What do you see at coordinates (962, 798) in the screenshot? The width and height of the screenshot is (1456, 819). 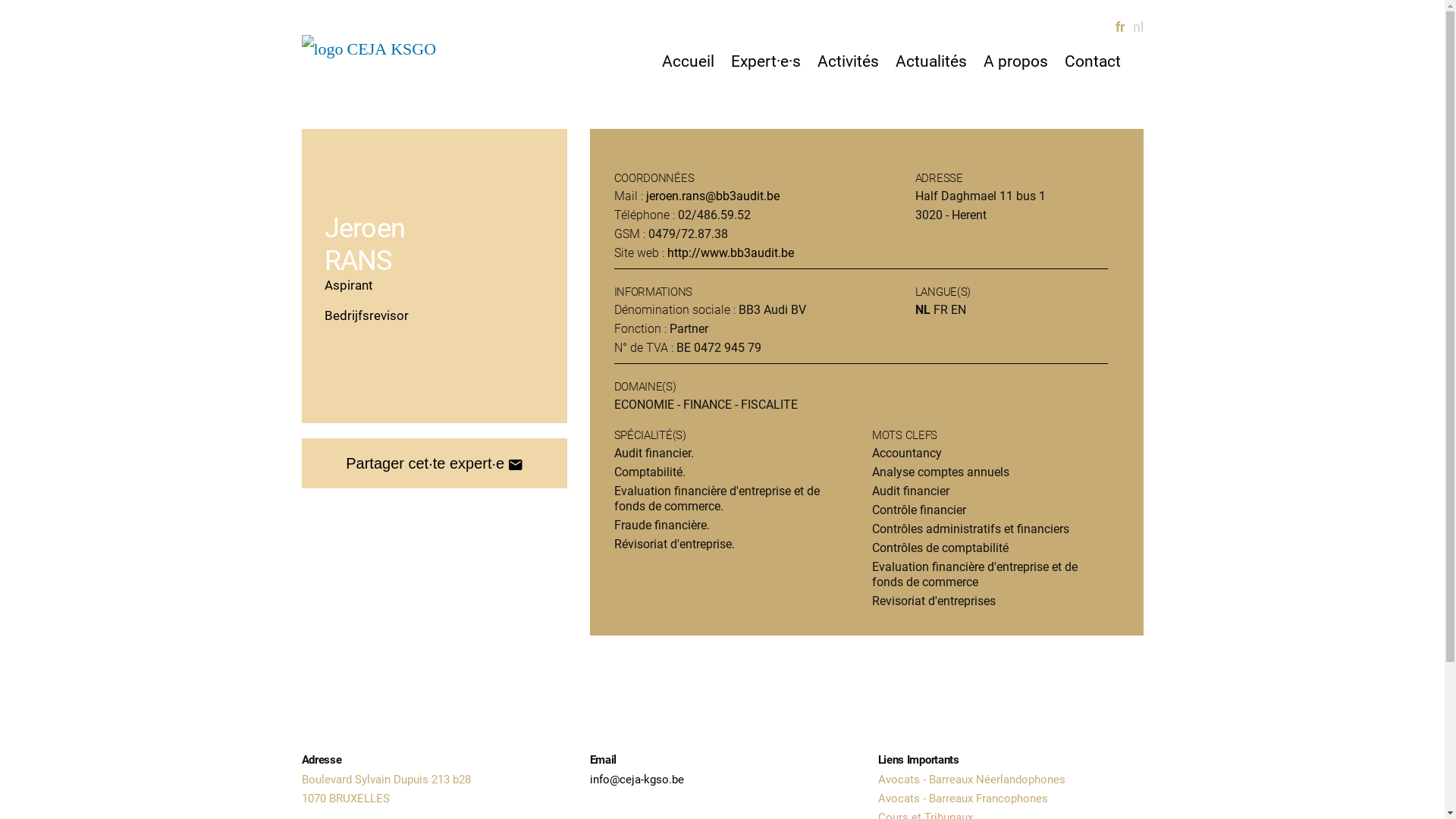 I see `'Avocats - Barreaux Francophones'` at bounding box center [962, 798].